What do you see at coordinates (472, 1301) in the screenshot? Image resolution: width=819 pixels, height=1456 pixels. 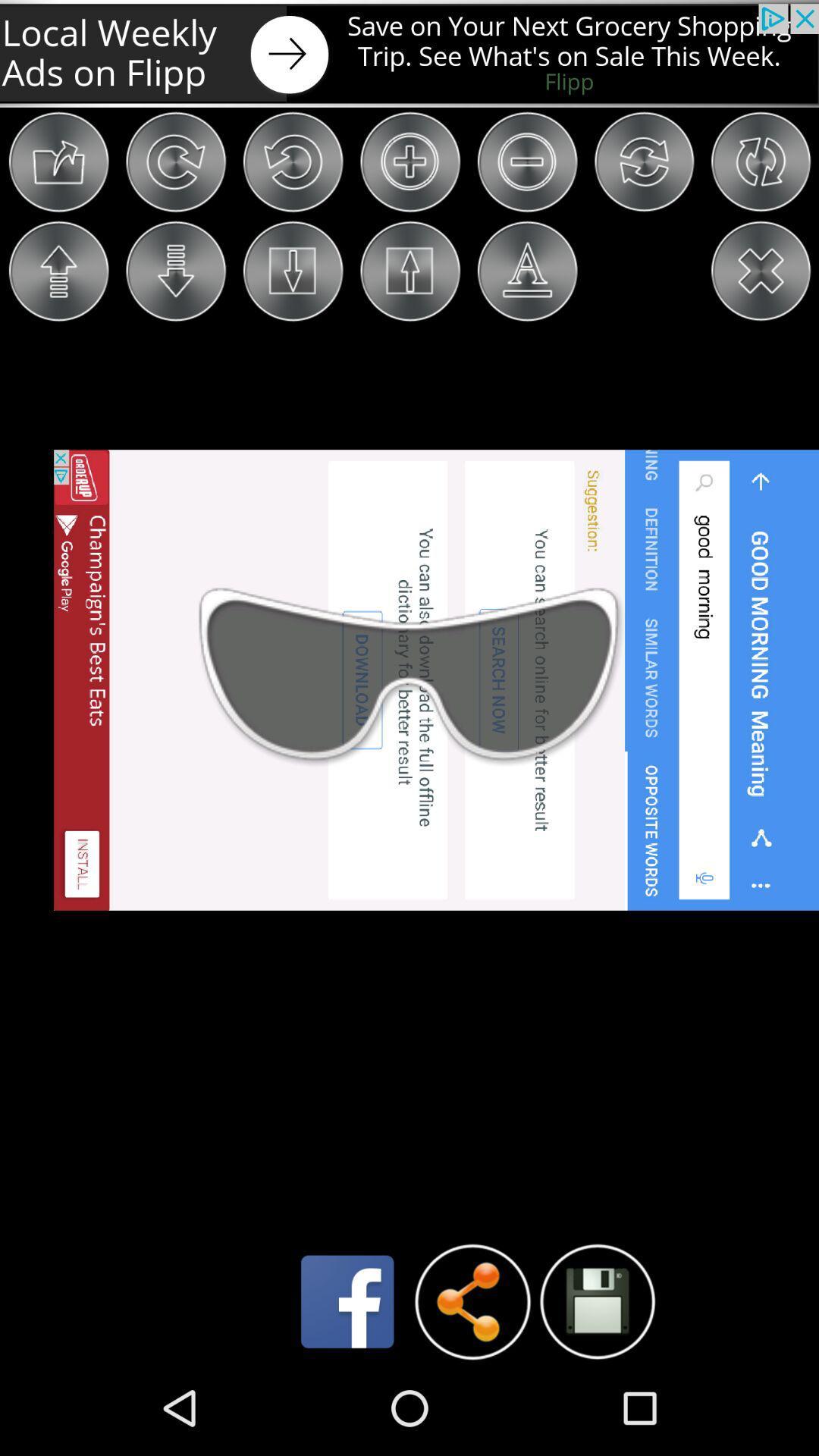 I see `the share button` at bounding box center [472, 1301].